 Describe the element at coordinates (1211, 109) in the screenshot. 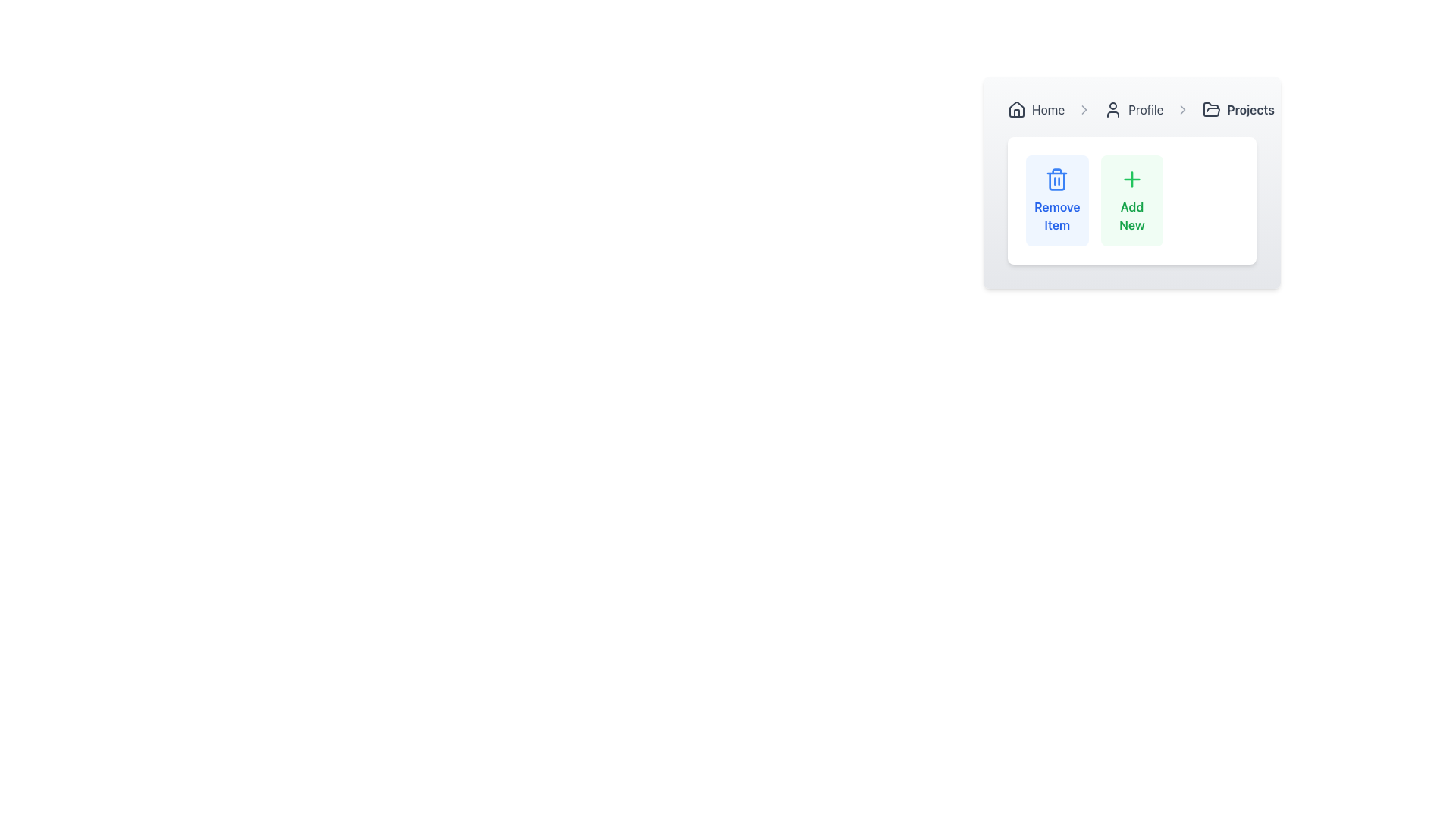

I see `the SVG Icon representing the 'Projects' section, which is the first element in the navigation bar associated with the 'Projects' label` at that location.